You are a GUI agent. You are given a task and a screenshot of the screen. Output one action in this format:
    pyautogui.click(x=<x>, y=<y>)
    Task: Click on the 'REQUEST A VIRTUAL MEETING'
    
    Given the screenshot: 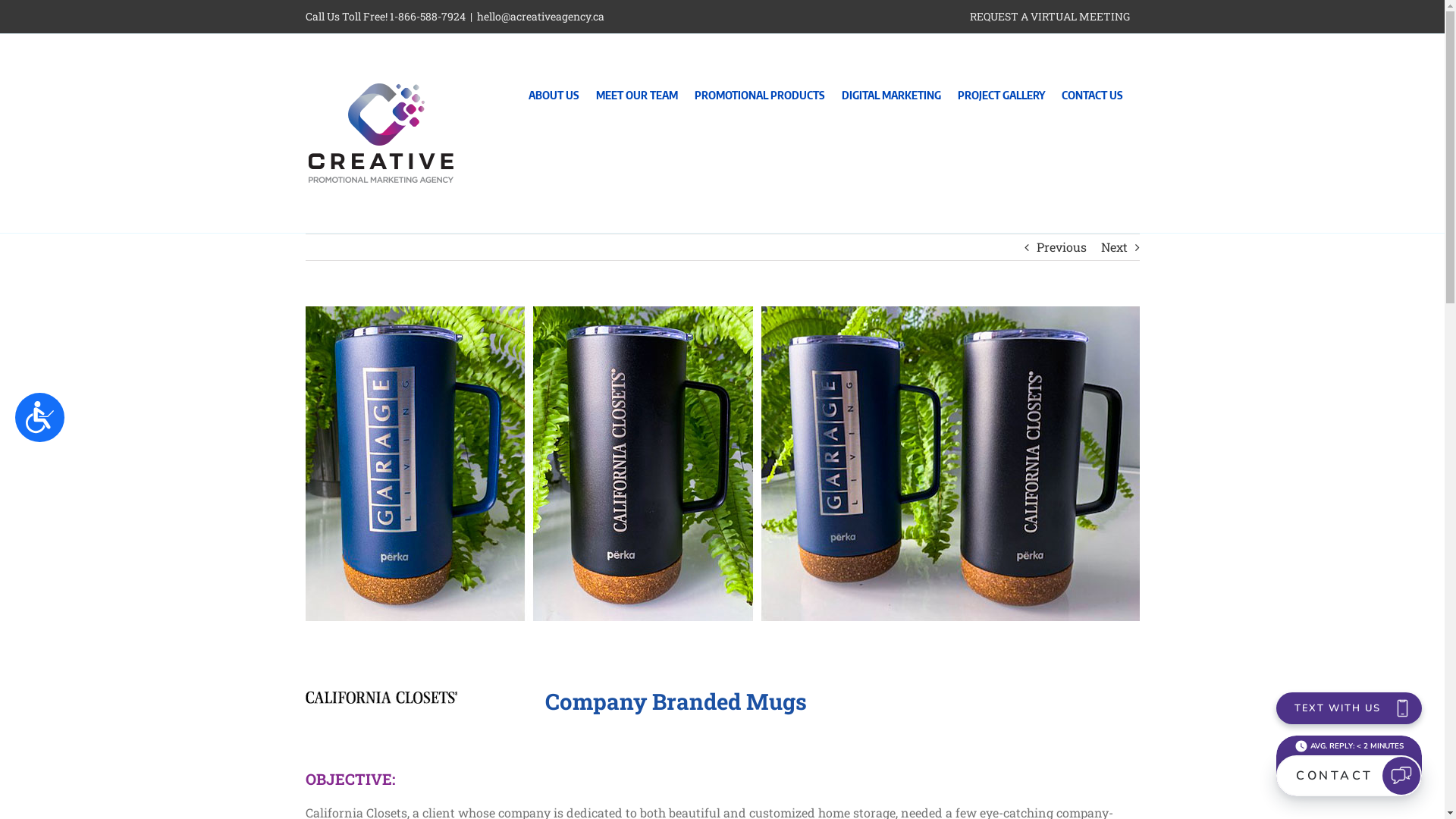 What is the action you would take?
    pyautogui.click(x=1049, y=17)
    